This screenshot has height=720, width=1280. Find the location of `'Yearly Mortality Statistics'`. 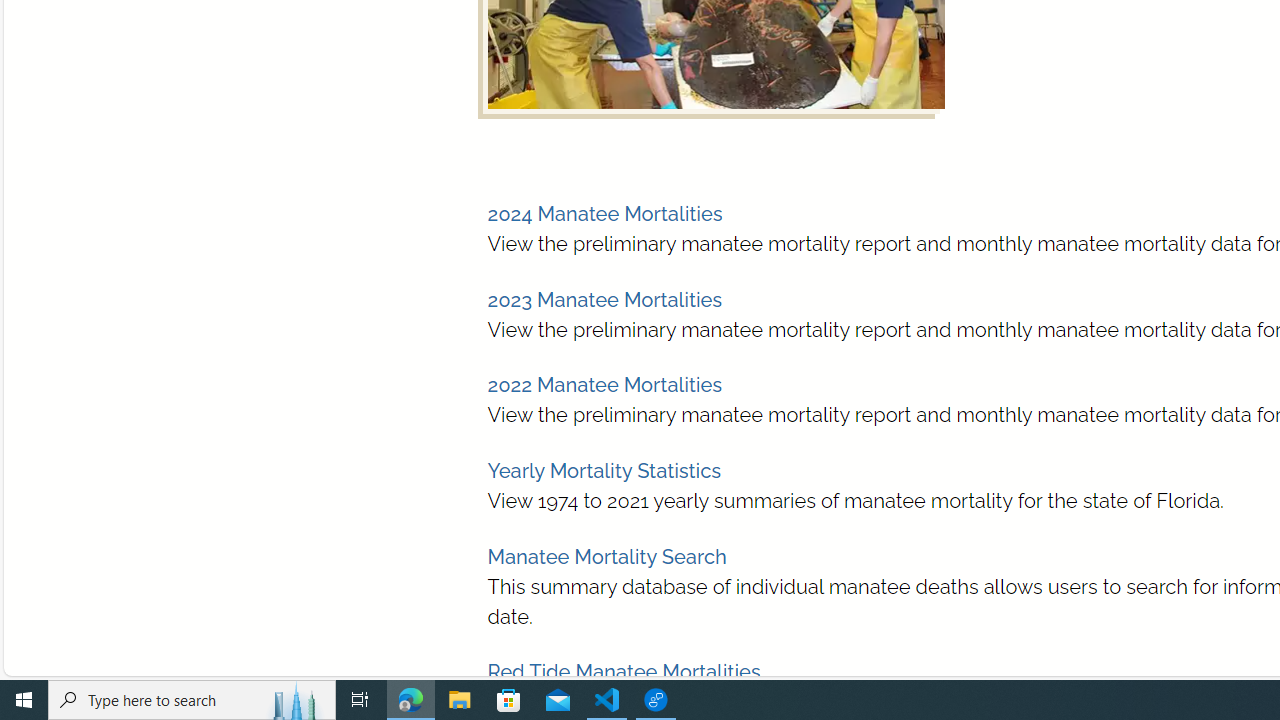

'Yearly Mortality Statistics' is located at coordinates (603, 471).